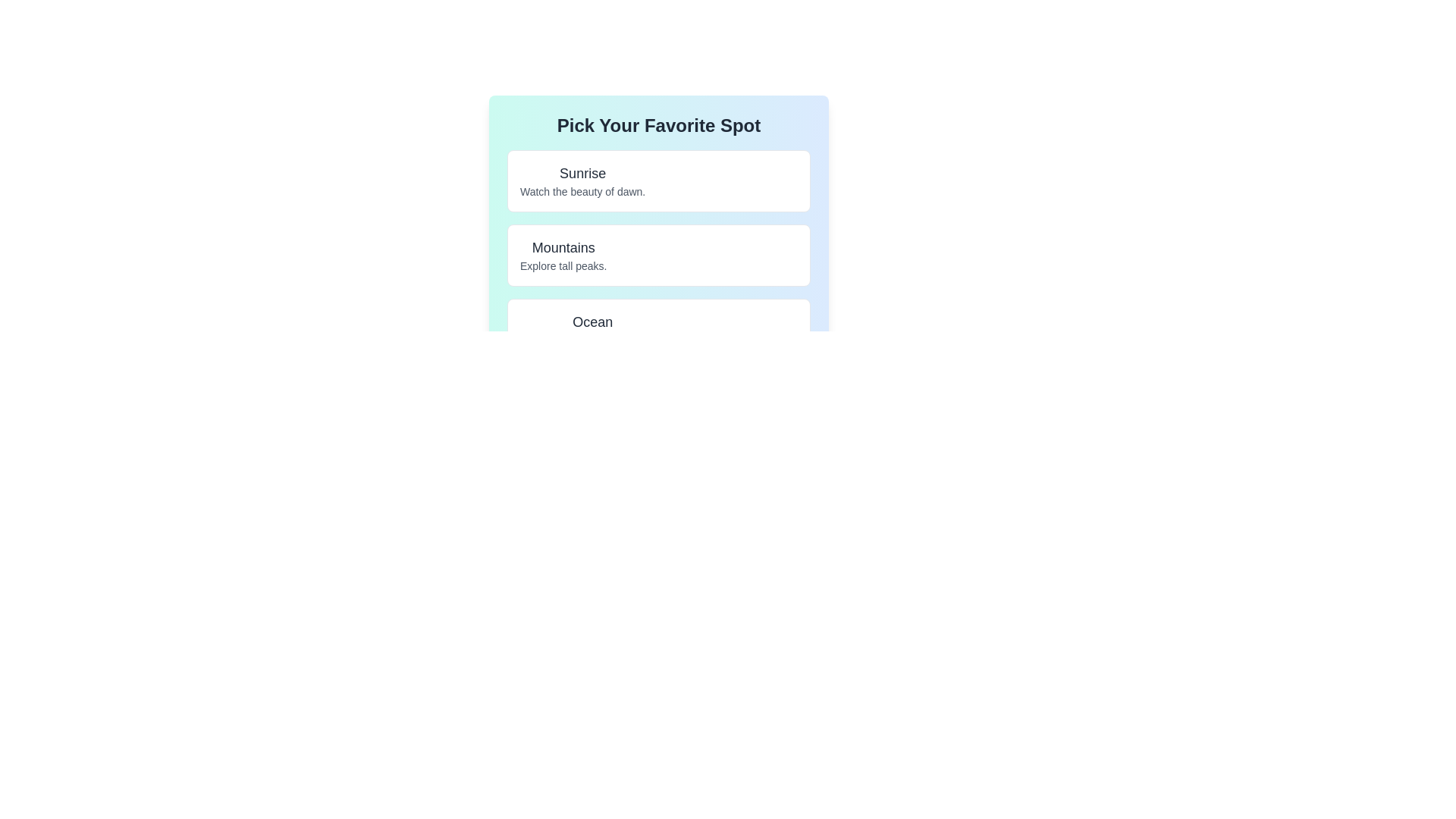 Image resolution: width=1456 pixels, height=819 pixels. I want to click on the 'Sunrise' heading text, which is styled in bold dark gray and located at the top of a vertically stacked content block, so click(582, 172).